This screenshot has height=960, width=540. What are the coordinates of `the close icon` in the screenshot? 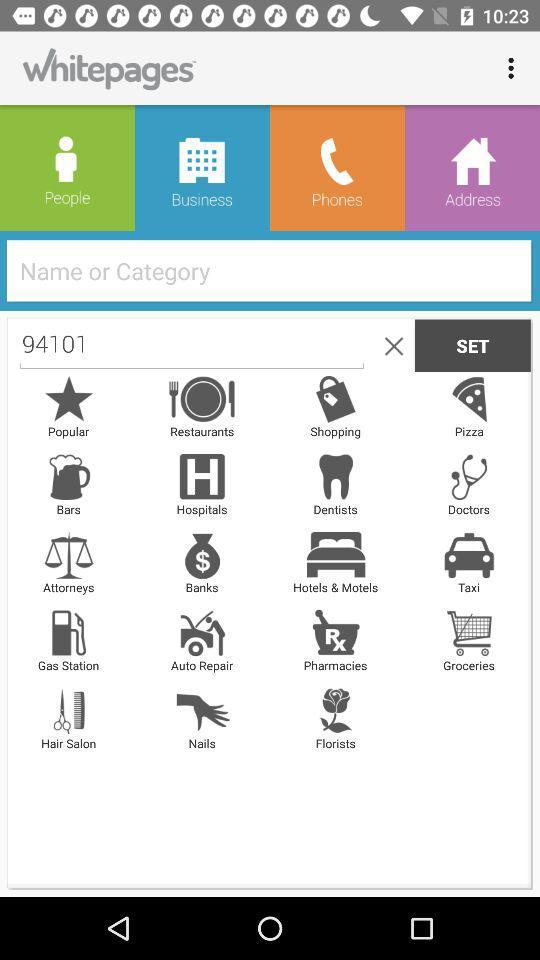 It's located at (390, 345).